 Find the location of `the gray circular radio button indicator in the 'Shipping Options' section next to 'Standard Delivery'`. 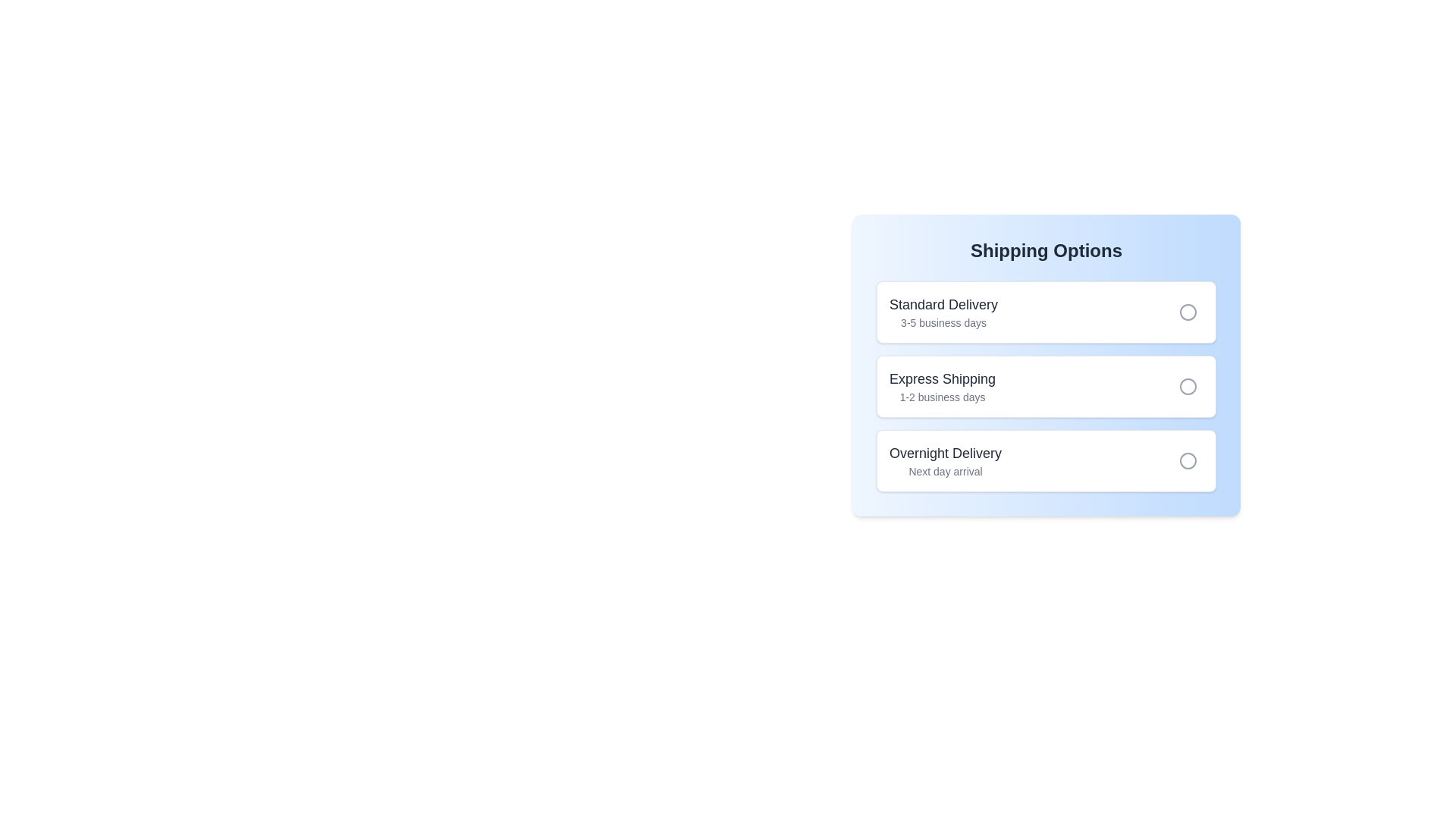

the gray circular radio button indicator in the 'Shipping Options' section next to 'Standard Delivery' is located at coordinates (1187, 312).